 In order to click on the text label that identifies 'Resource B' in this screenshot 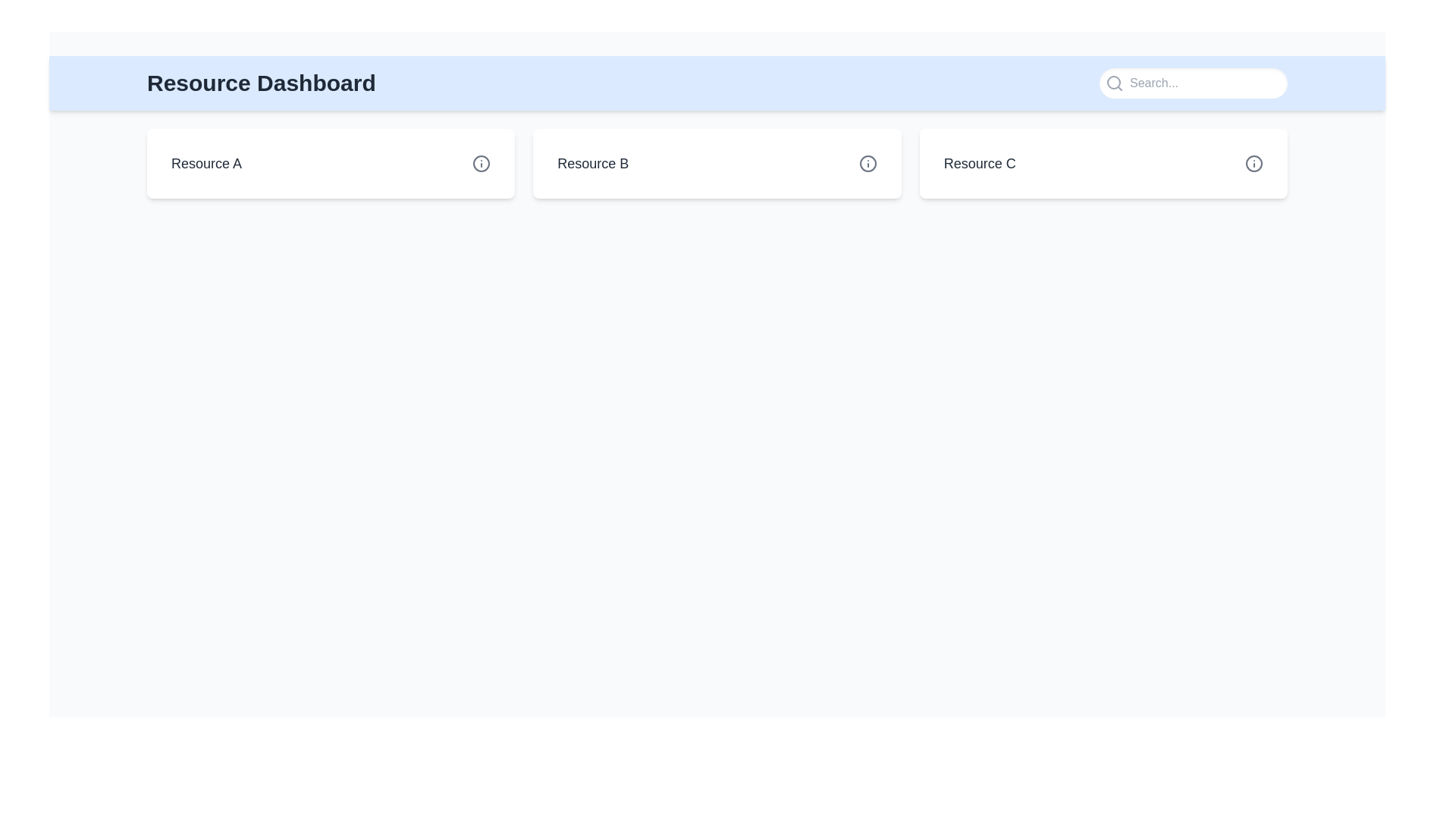, I will do `click(592, 164)`.